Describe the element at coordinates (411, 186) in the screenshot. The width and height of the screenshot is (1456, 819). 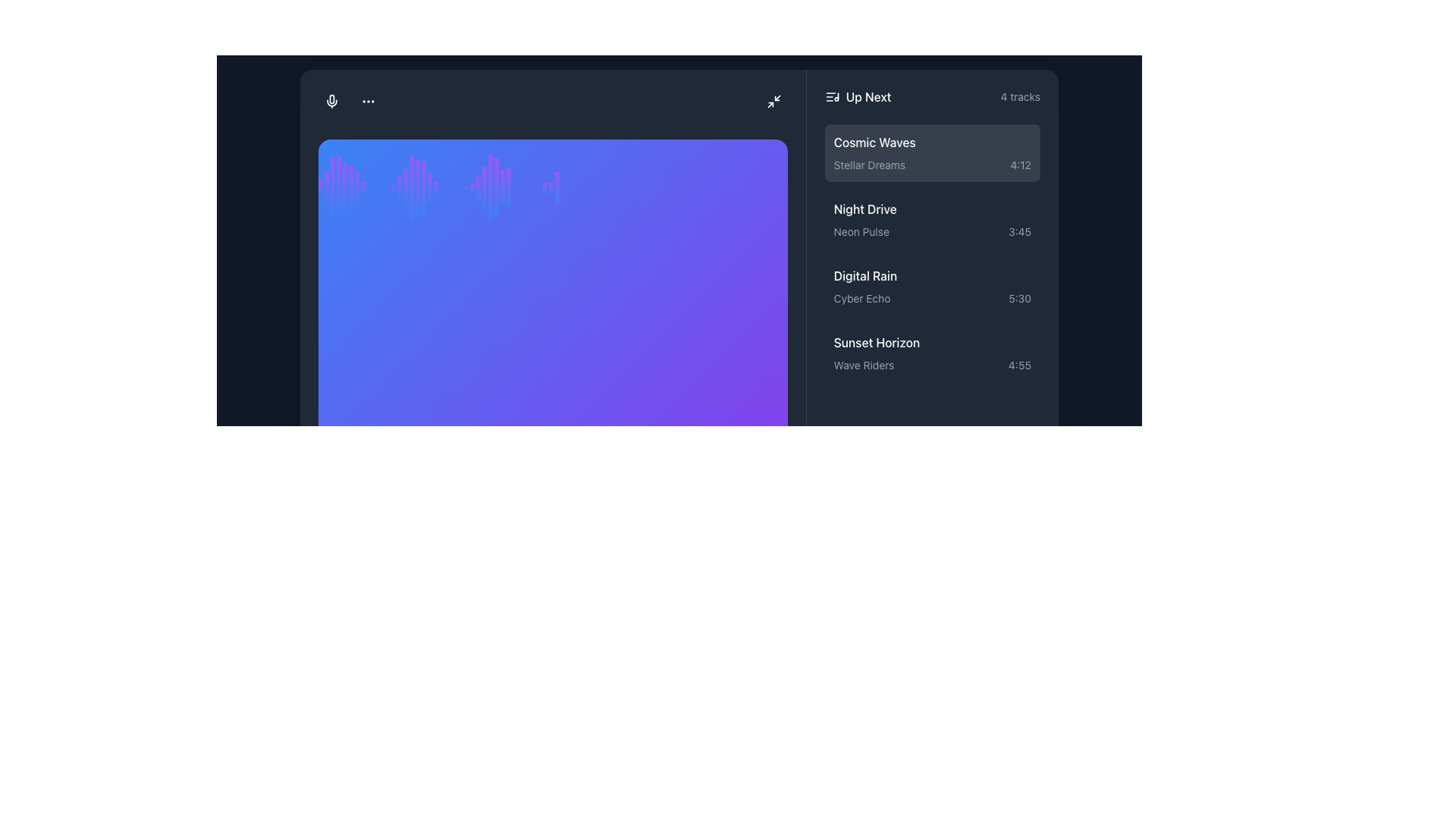
I see `the sixteenth vertical rectangle waveform bar, which has a gradient color scheme from blue to purple and is part of a horizontal group of similar elements` at that location.